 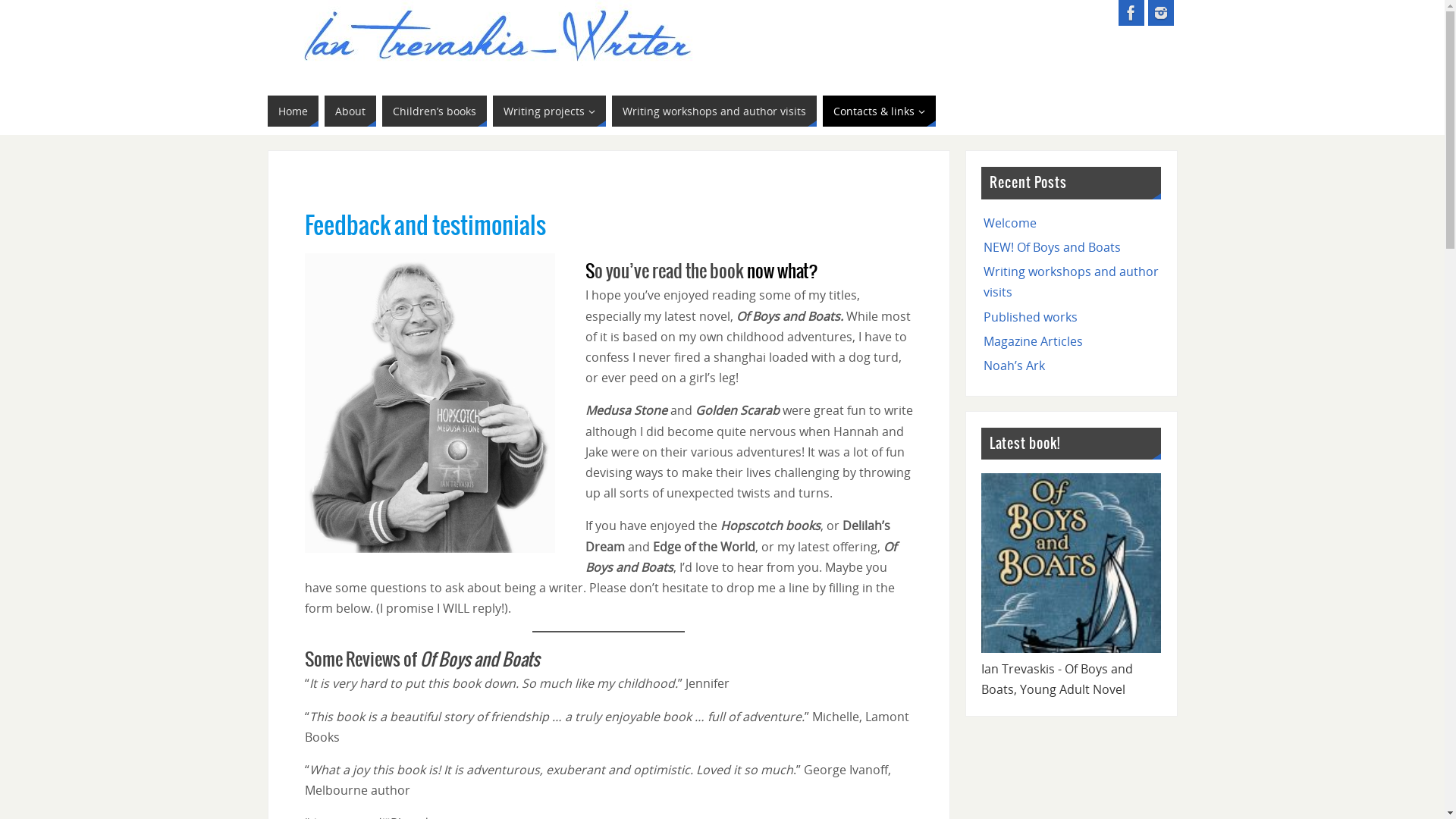 I want to click on 'NEW! Of Boys and Boats', so click(x=1051, y=246).